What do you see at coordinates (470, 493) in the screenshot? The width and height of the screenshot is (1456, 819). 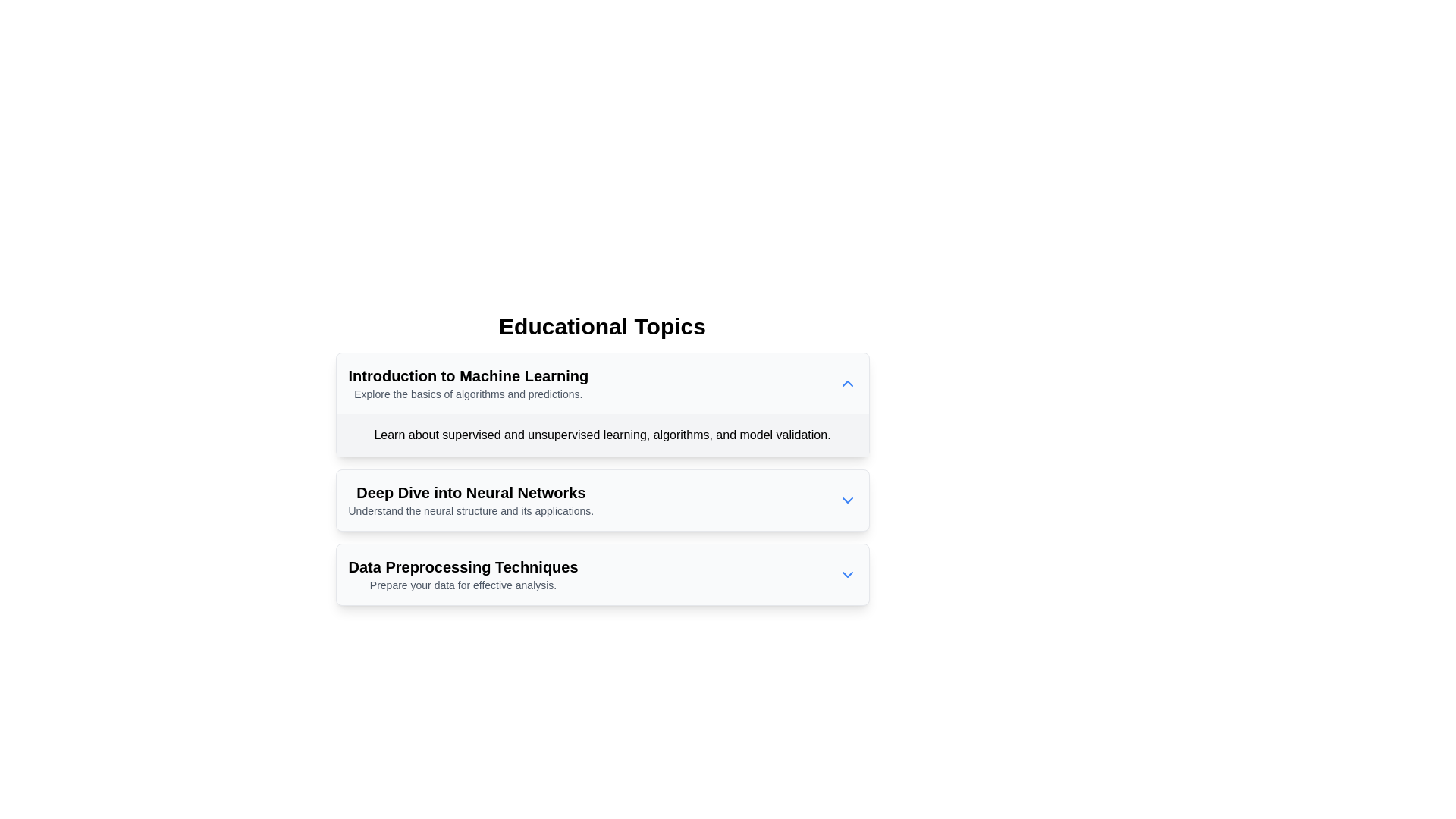 I see `bolded header text 'Deep Dive into Neural Networks' prominently displayed as the title of the section` at bounding box center [470, 493].